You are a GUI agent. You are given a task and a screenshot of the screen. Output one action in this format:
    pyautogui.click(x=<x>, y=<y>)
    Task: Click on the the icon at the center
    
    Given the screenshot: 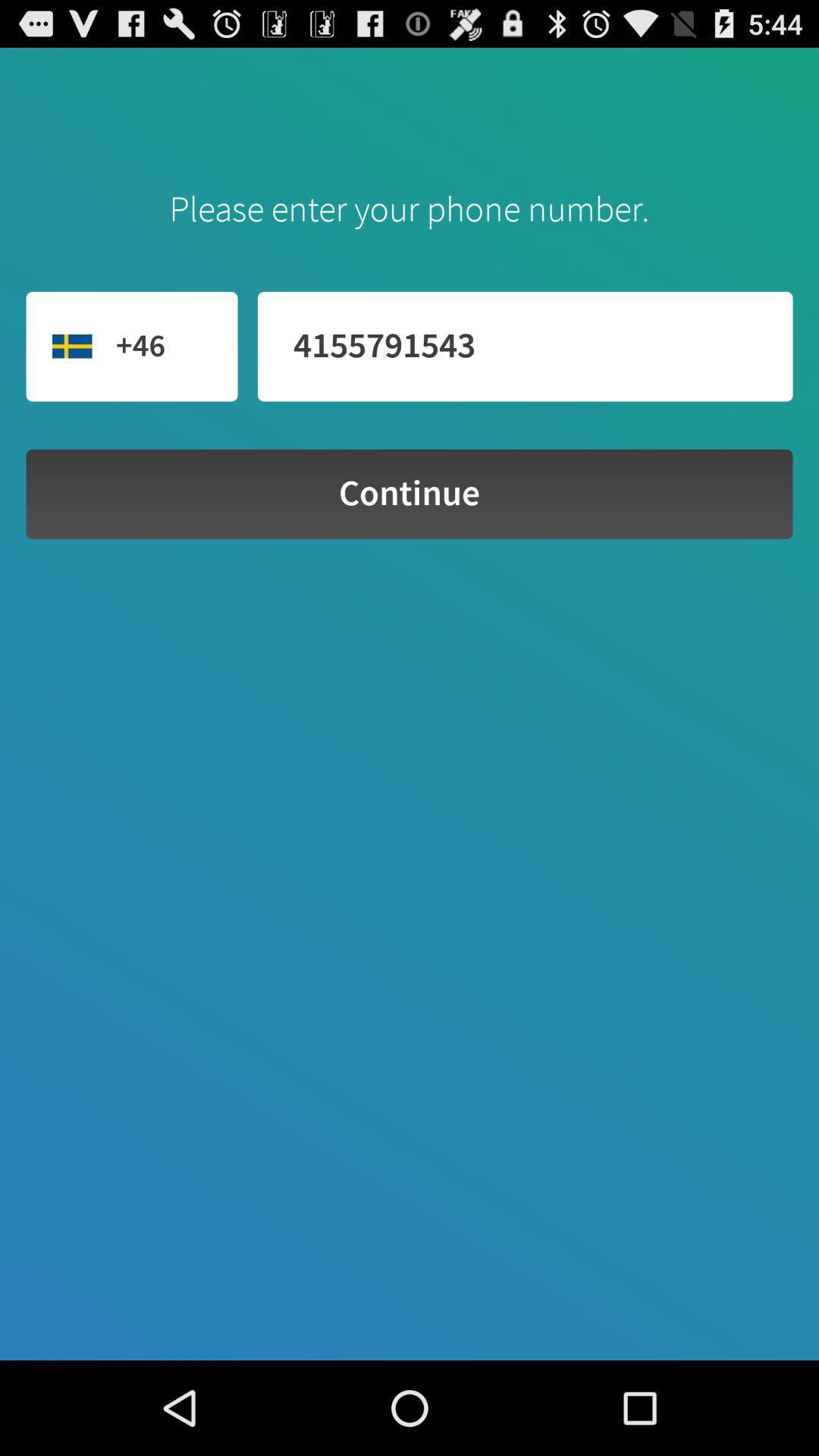 What is the action you would take?
    pyautogui.click(x=409, y=494)
    